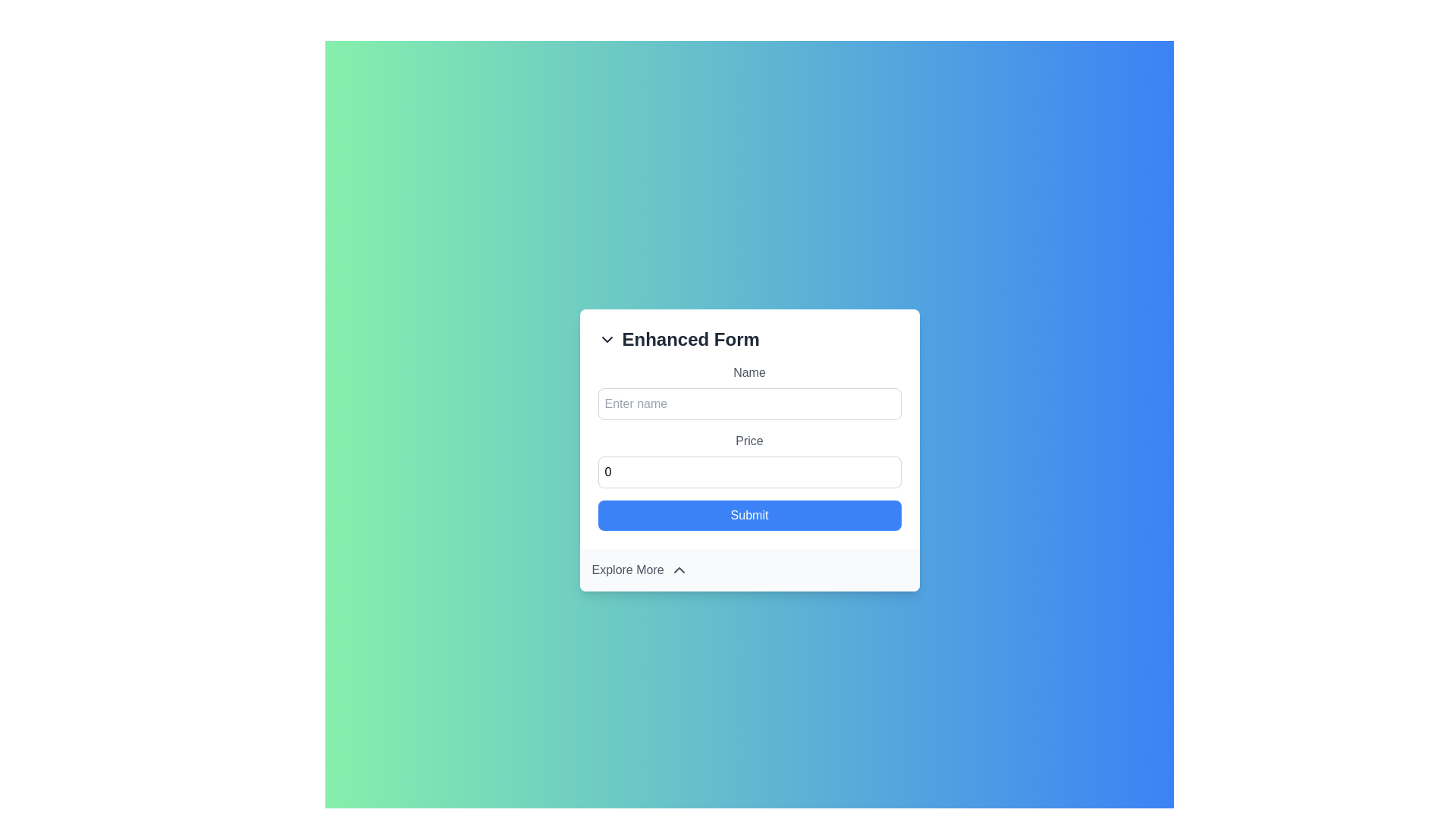  I want to click on the chevron icon located to the left of the 'Enhanced Form' text, so click(607, 338).